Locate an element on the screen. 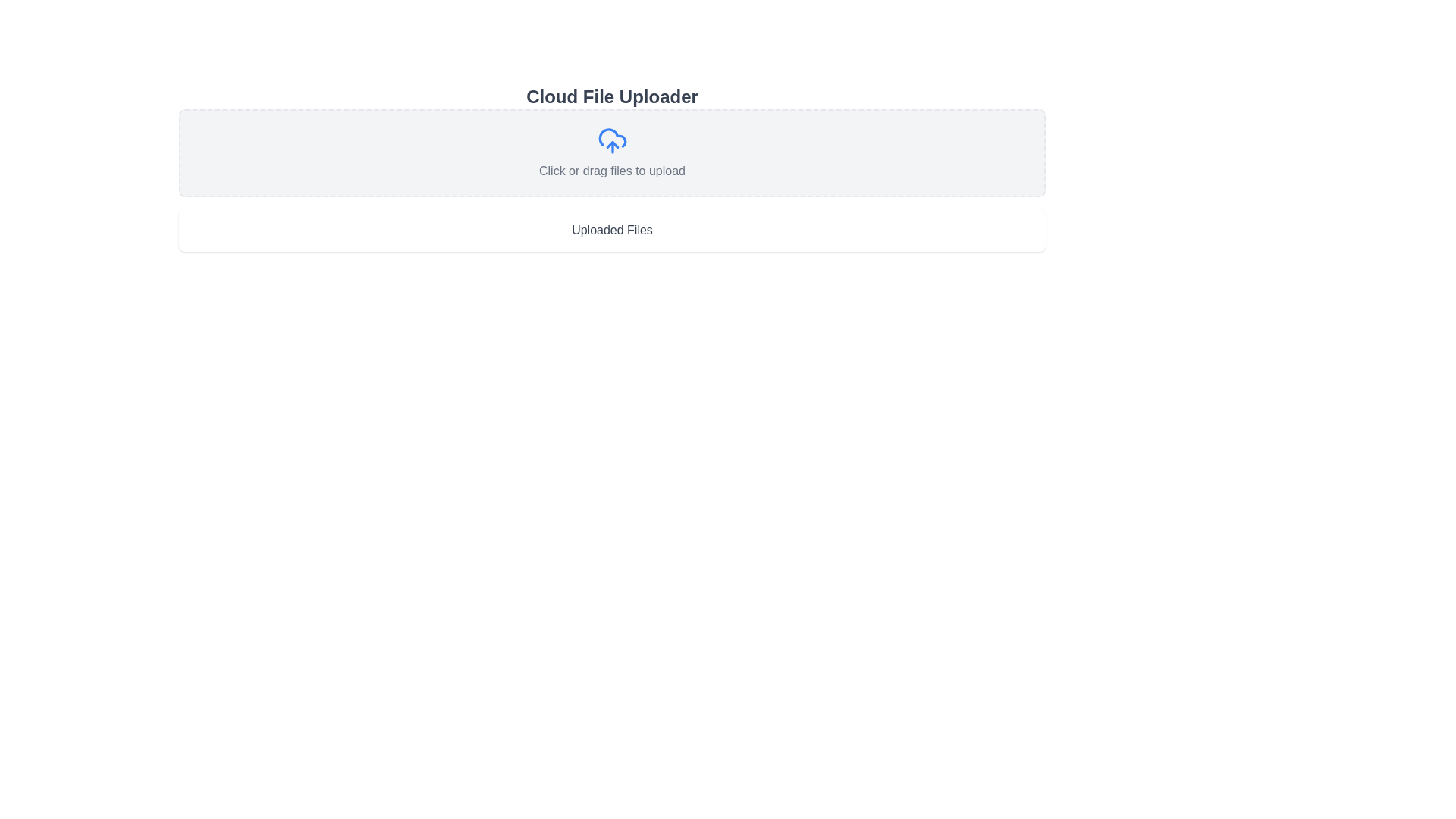  the static text label that says 'Click or drag files to upload', which is centrally located within a dashed border area with a light gray background is located at coordinates (612, 171).